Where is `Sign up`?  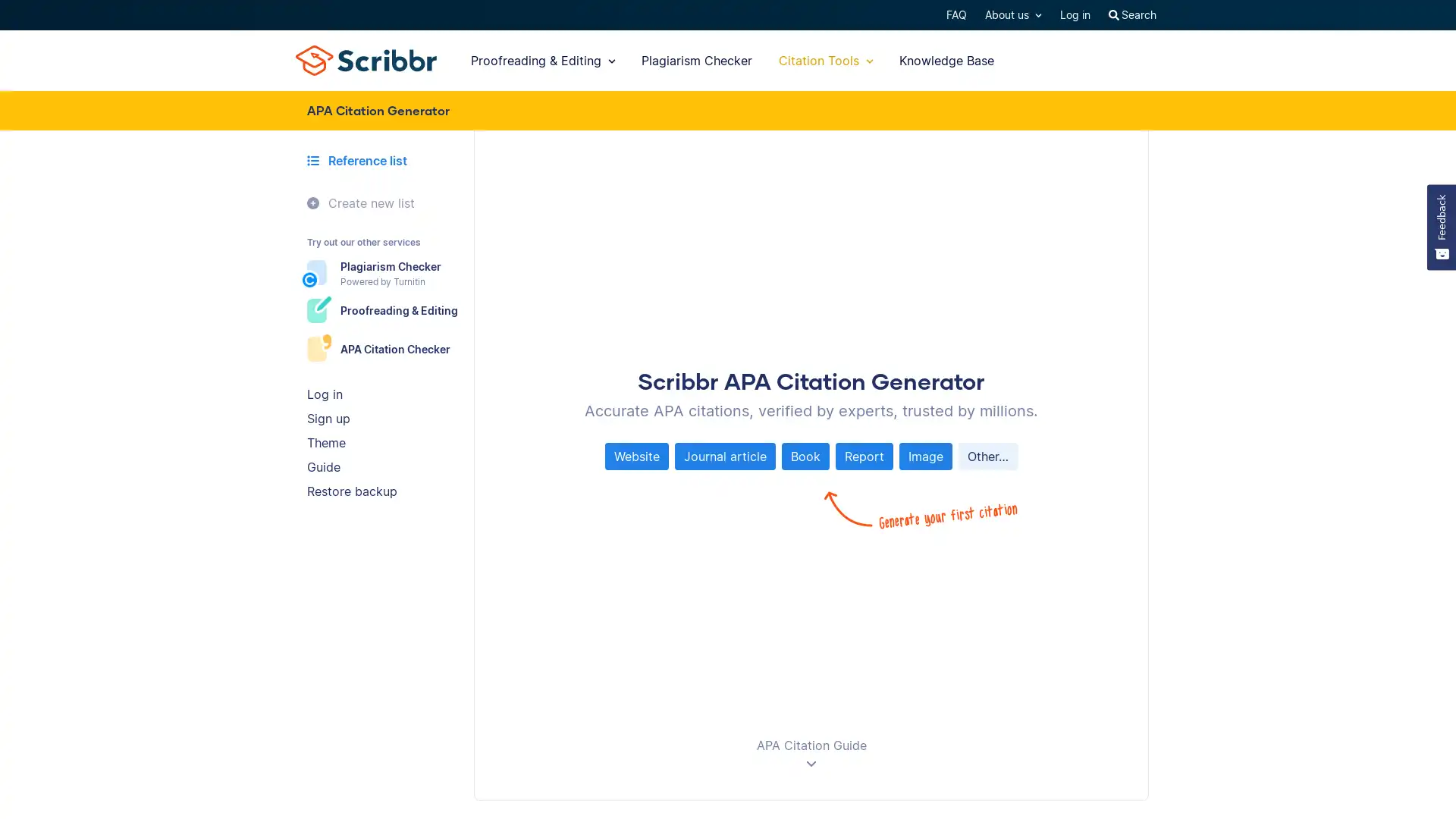 Sign up is located at coordinates (385, 418).